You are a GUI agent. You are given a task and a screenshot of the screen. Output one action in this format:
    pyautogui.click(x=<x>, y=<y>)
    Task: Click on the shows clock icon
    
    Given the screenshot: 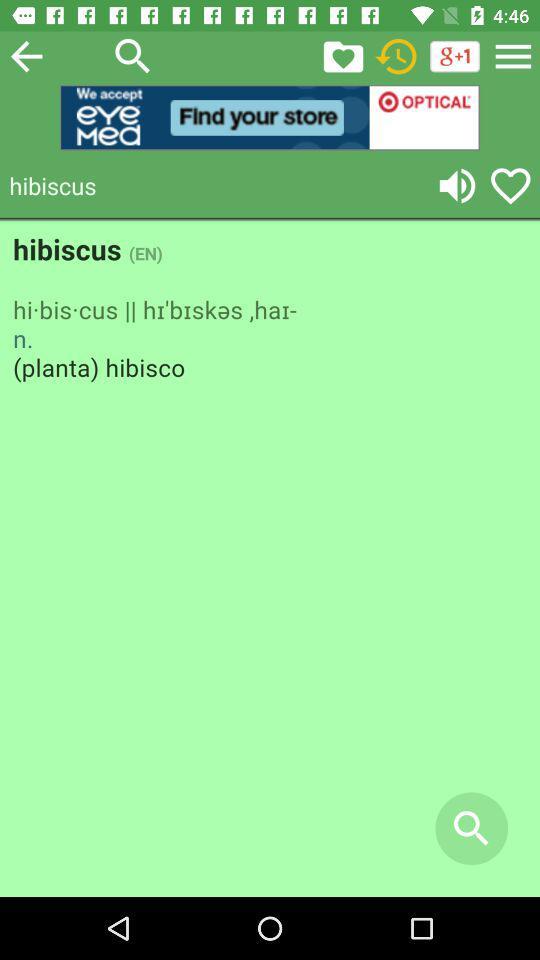 What is the action you would take?
    pyautogui.click(x=396, y=55)
    